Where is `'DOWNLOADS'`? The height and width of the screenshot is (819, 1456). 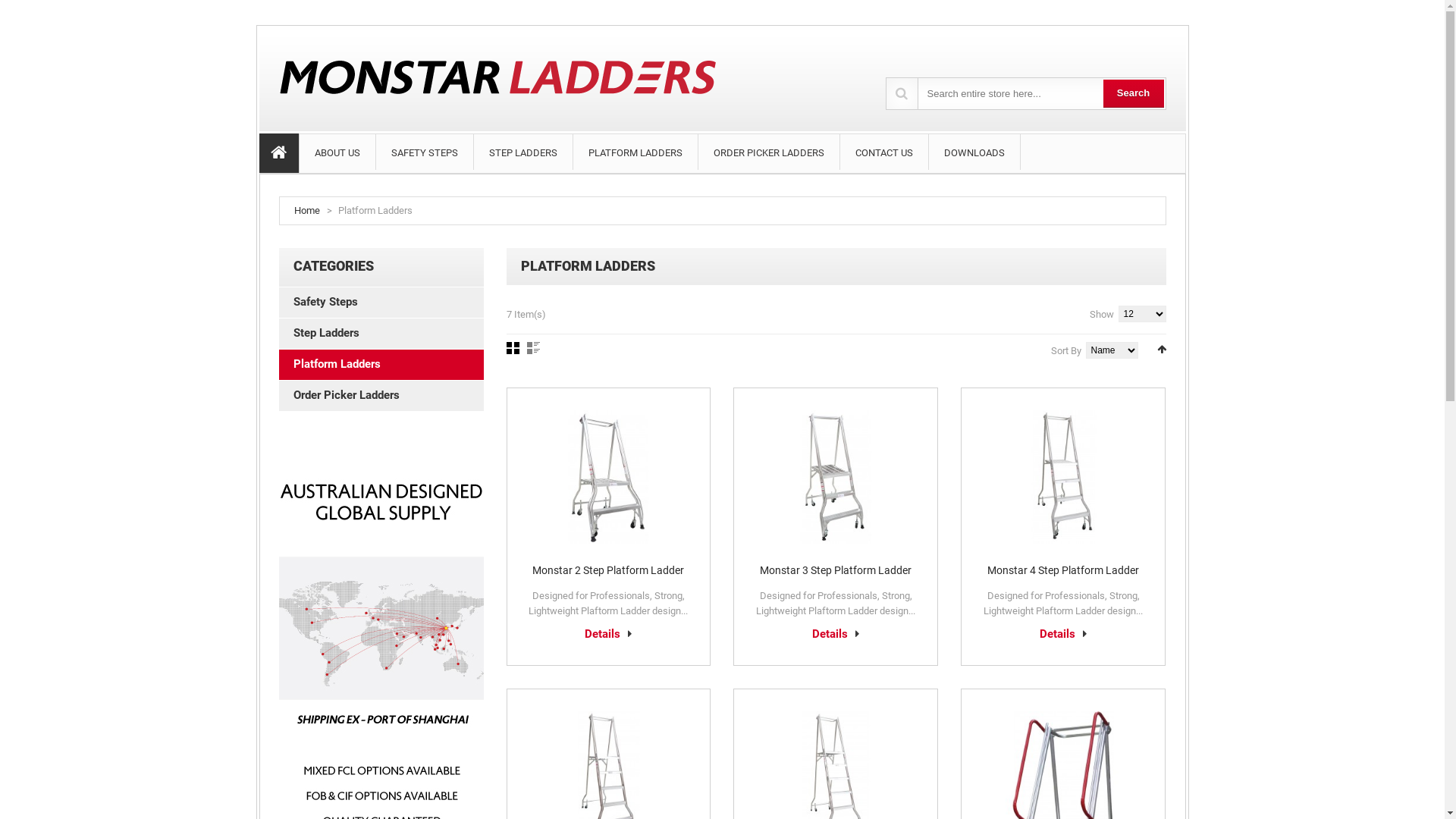
'DOWNLOADS' is located at coordinates (927, 152).